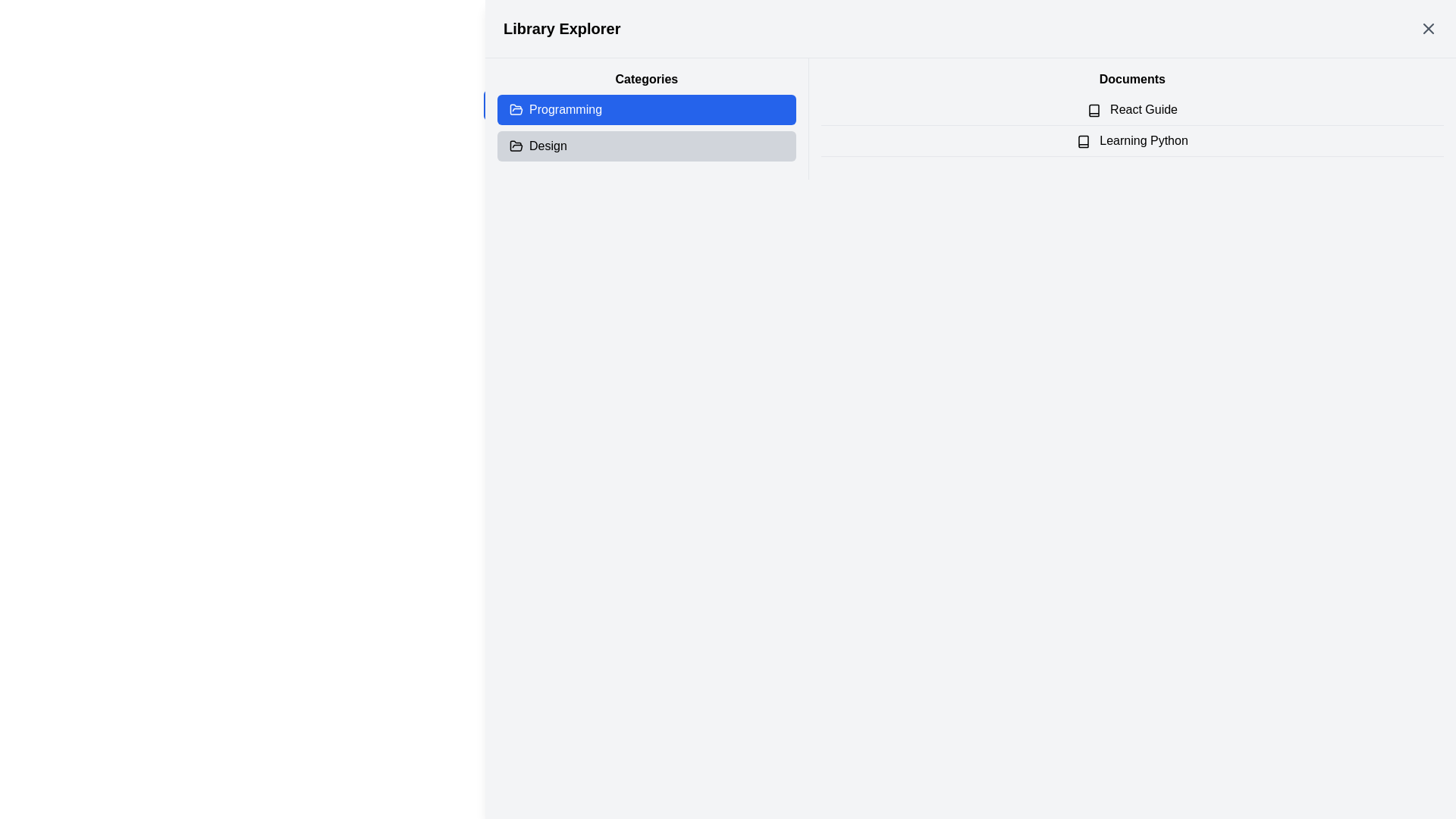  What do you see at coordinates (646, 79) in the screenshot?
I see `text content of the label positioned above the category list in the left panel of the interface` at bounding box center [646, 79].